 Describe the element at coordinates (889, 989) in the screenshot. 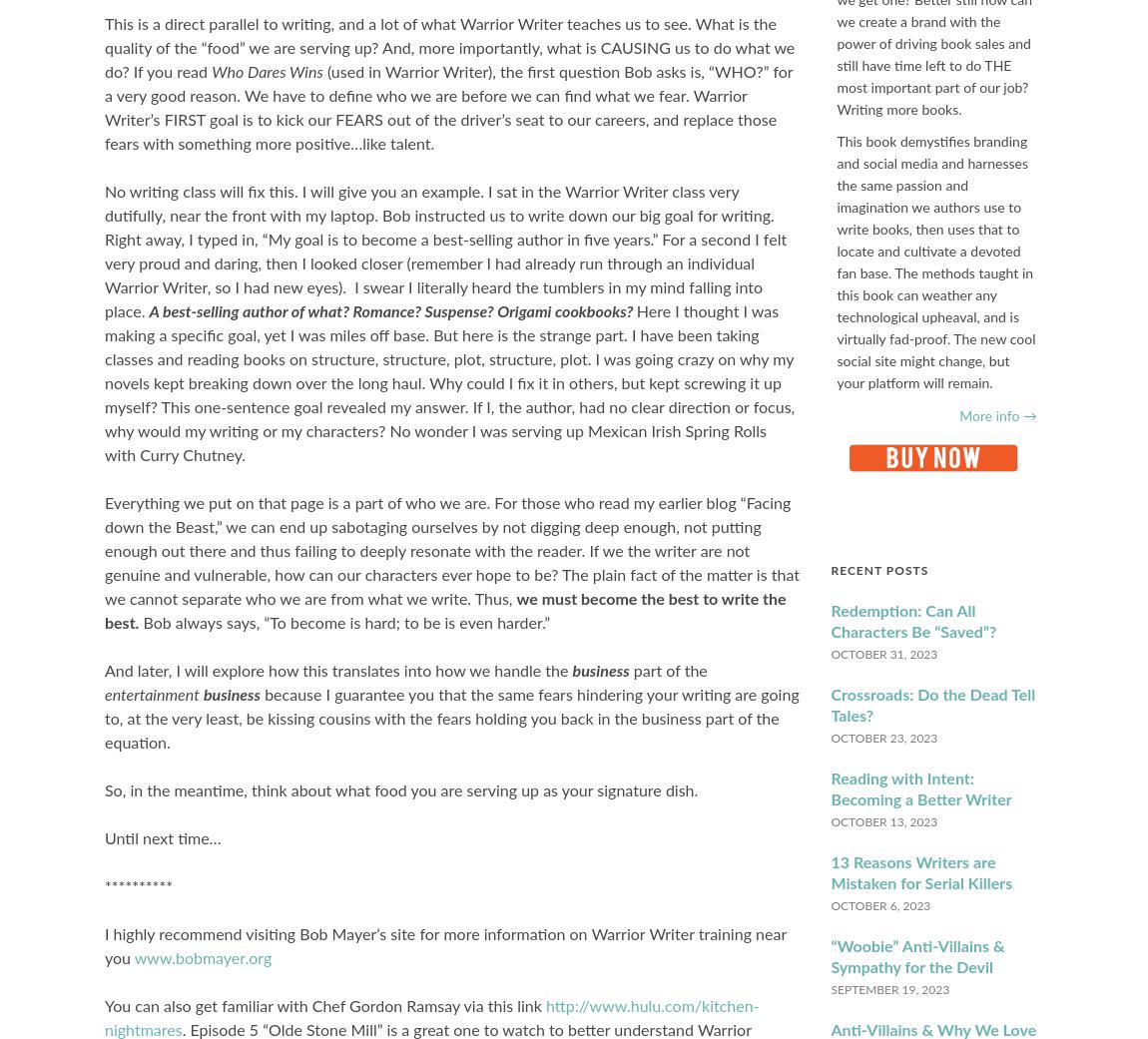

I see `'September 19, 2023'` at that location.